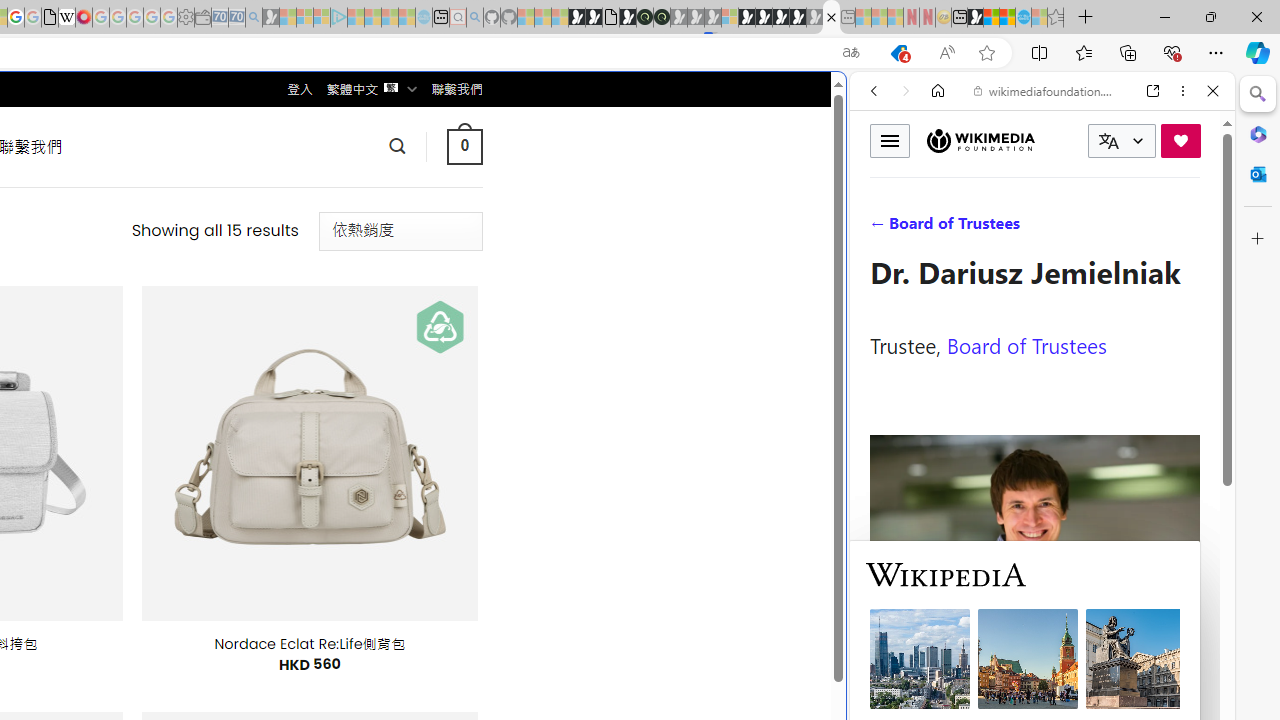  Describe the element at coordinates (897, 52) in the screenshot. I see `'This site has coupons! Shopping in Microsoft Edge, 4'` at that location.